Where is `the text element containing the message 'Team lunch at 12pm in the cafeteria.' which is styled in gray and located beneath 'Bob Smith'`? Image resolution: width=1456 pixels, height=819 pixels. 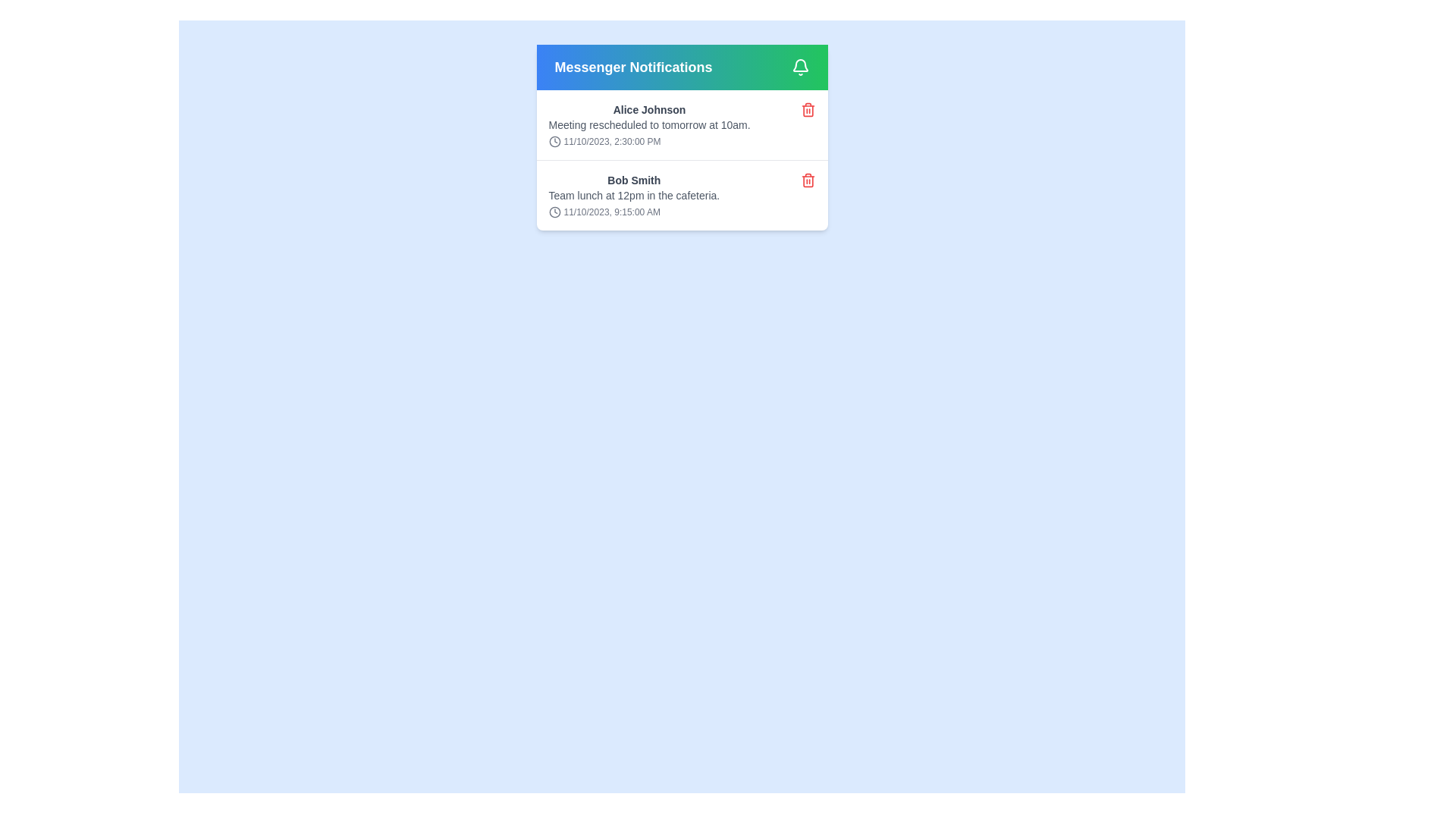 the text element containing the message 'Team lunch at 12pm in the cafeteria.' which is styled in gray and located beneath 'Bob Smith' is located at coordinates (634, 195).